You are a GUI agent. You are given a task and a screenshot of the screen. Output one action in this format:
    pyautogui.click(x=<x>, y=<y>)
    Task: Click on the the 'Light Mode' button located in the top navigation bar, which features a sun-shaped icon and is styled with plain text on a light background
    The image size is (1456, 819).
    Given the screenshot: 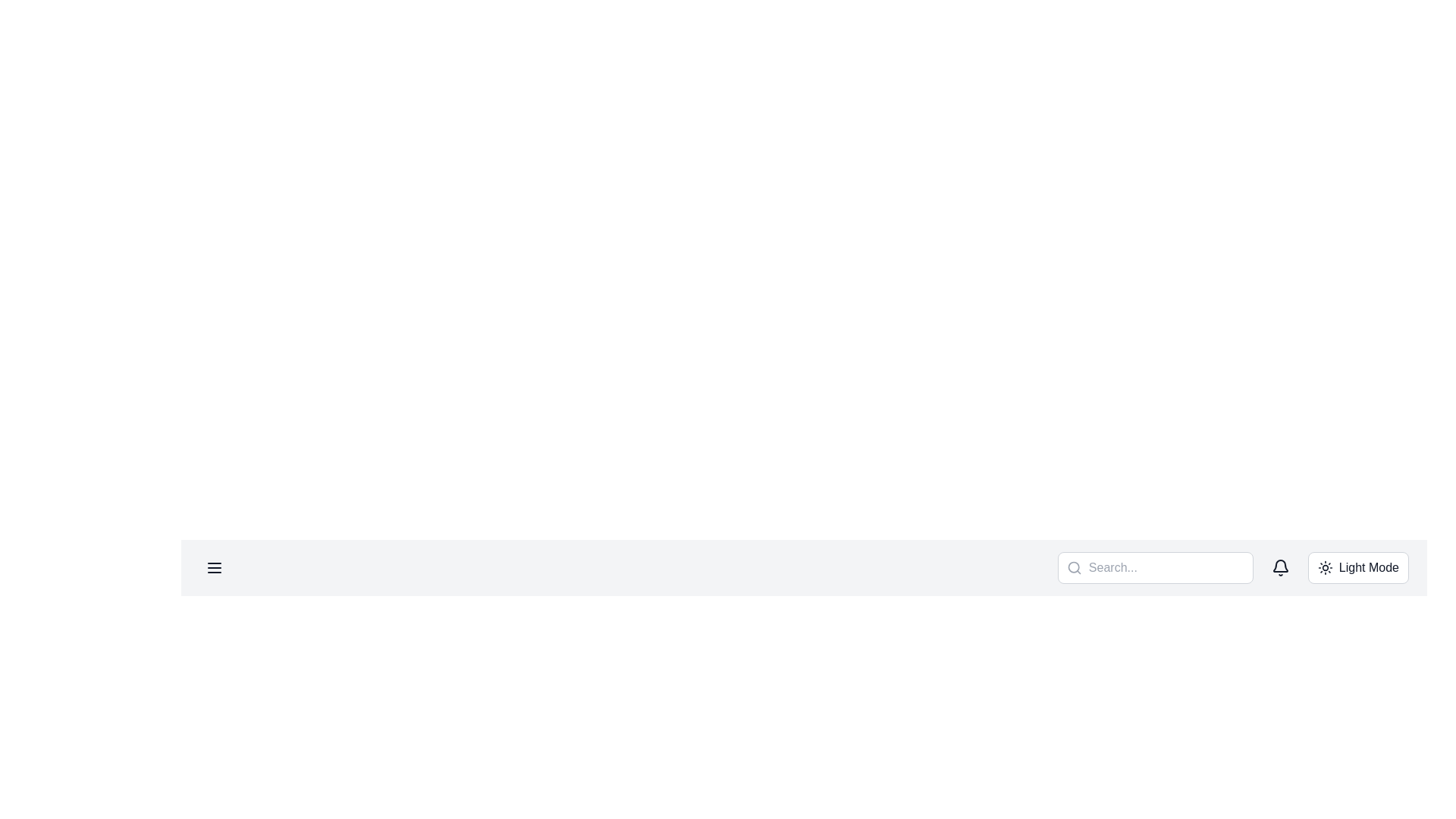 What is the action you would take?
    pyautogui.click(x=1369, y=567)
    